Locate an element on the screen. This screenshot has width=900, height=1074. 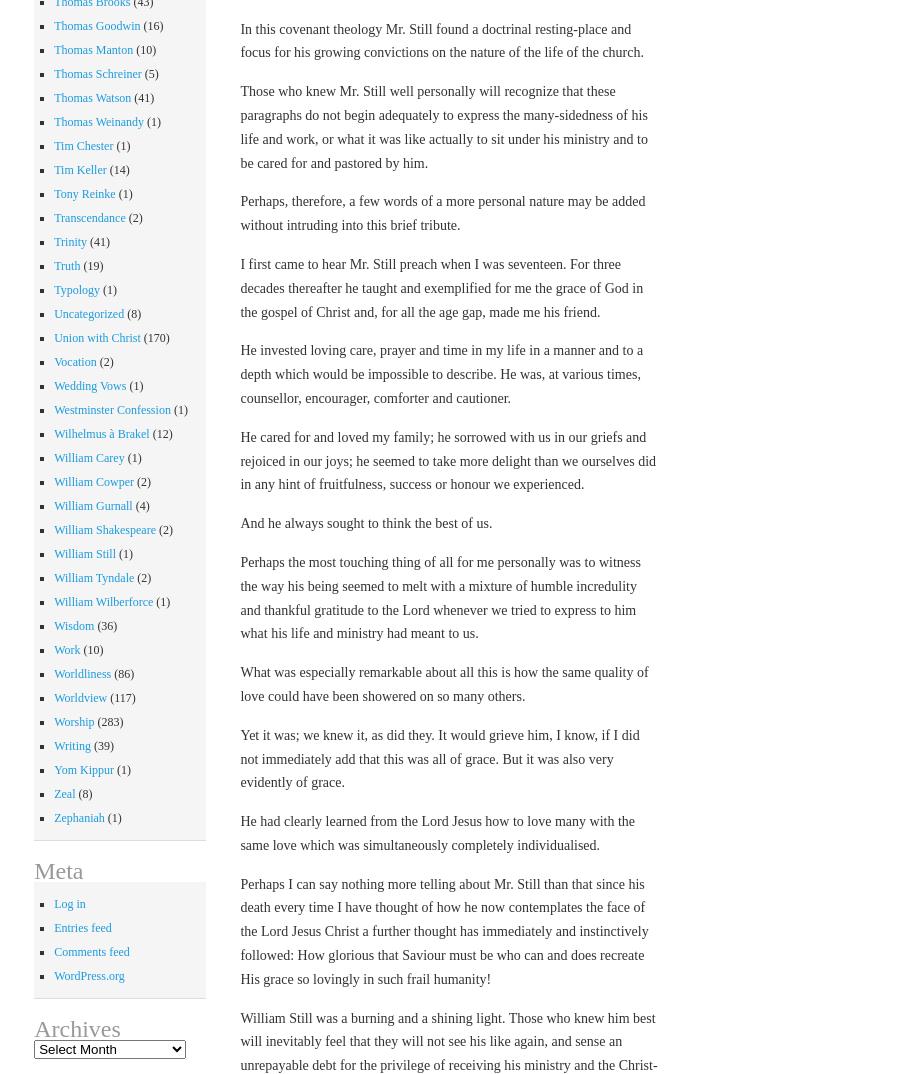
'Zephaniah' is located at coordinates (78, 816).